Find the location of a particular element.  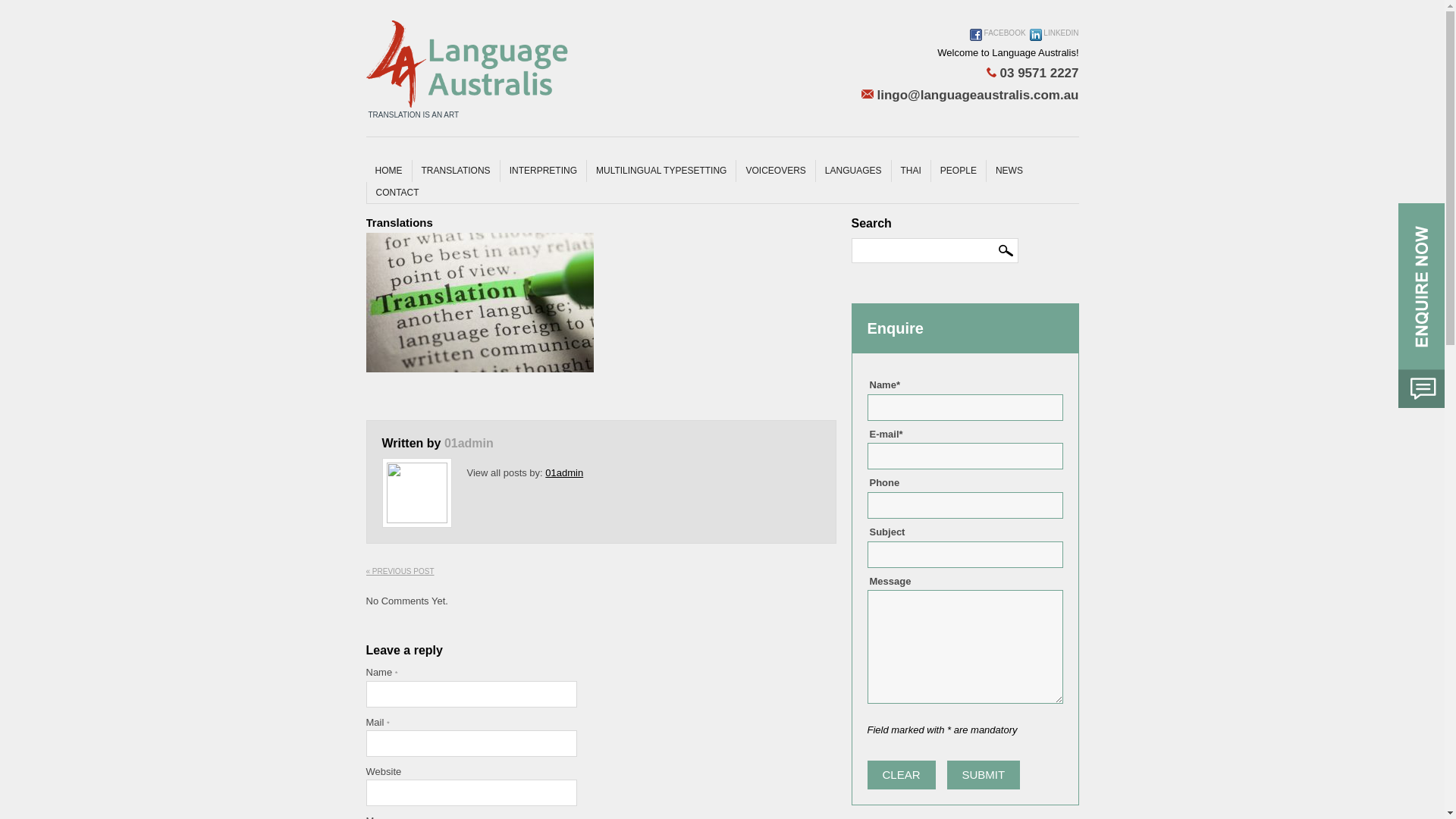

'LINKEDIN' is located at coordinates (1053, 39).